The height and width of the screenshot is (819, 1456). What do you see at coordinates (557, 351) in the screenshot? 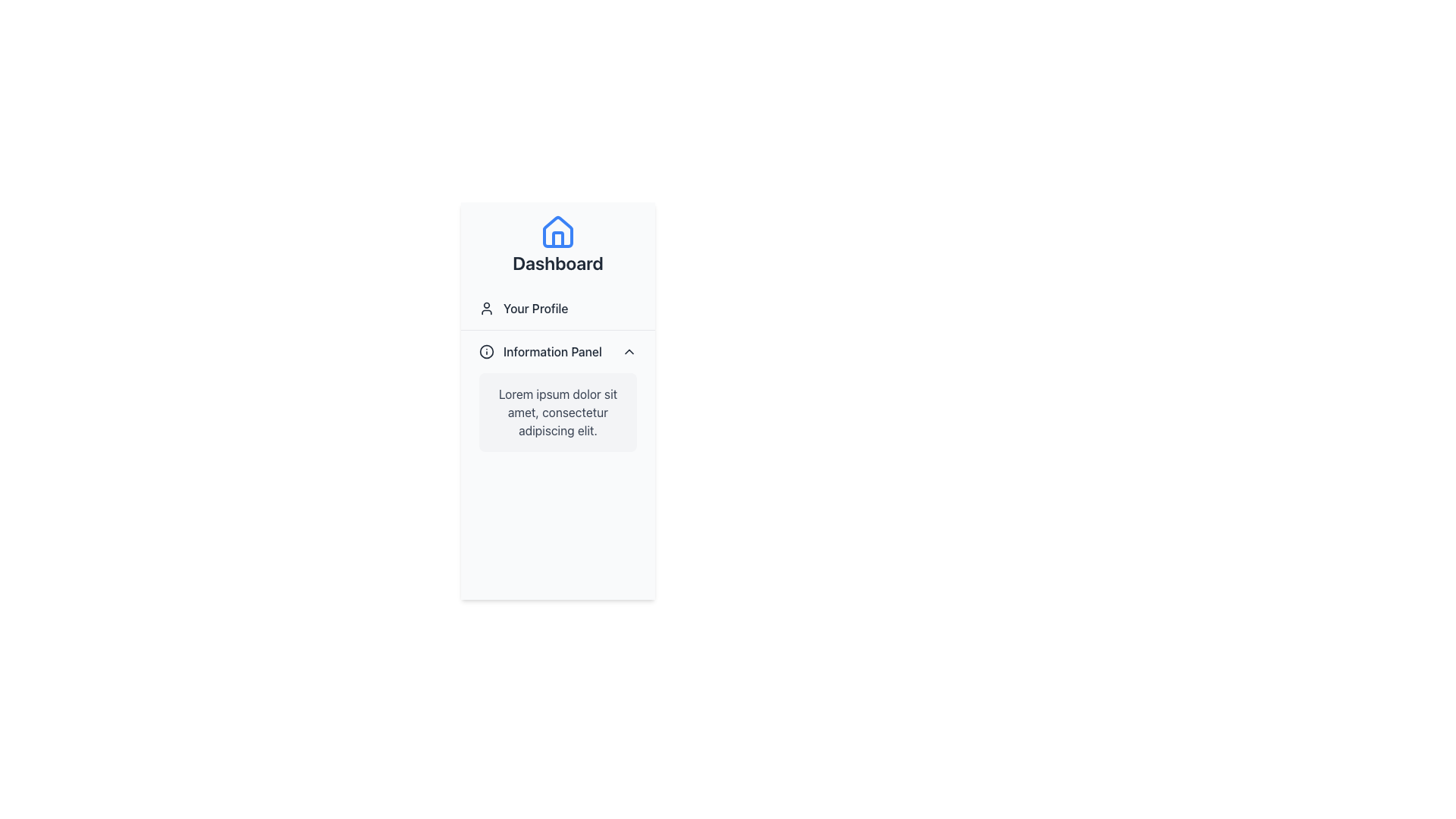
I see `the Collapsible Header or Toggle` at bounding box center [557, 351].